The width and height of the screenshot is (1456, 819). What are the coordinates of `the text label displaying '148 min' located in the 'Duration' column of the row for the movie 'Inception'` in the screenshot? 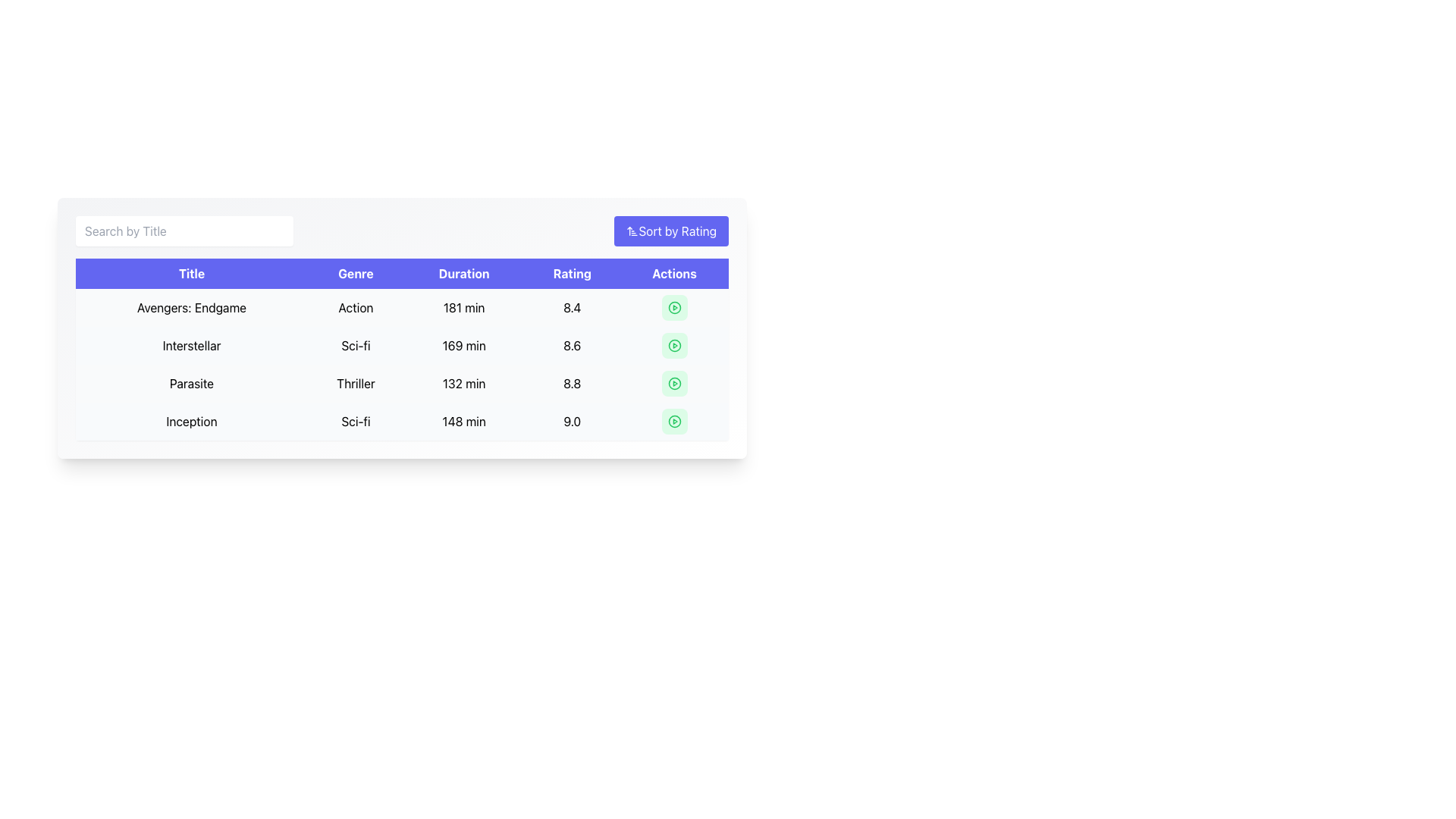 It's located at (463, 421).